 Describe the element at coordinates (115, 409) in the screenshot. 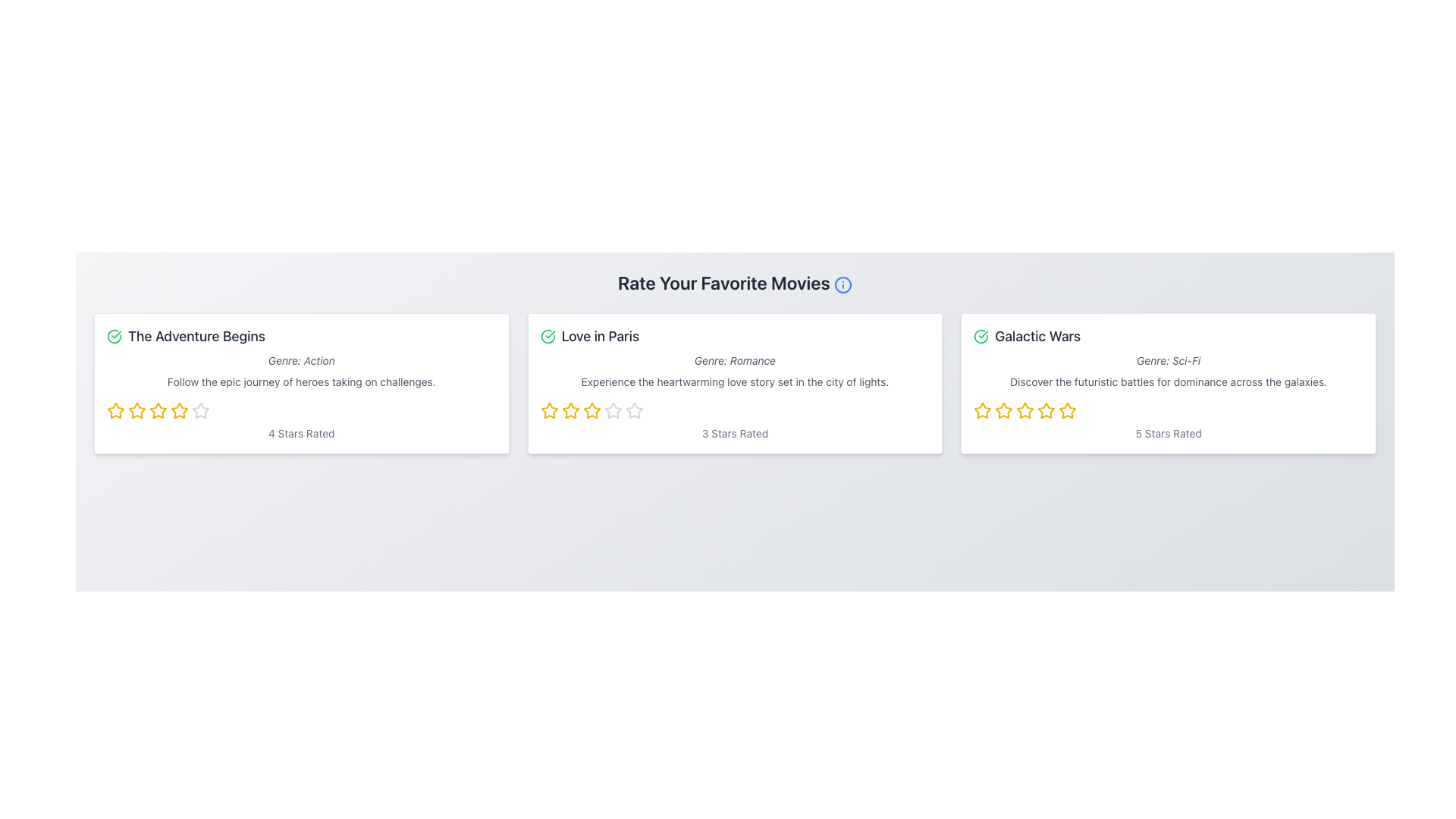

I see `the first star icon of the rating component for the movie 'The Adventure Begins' to provide a rating` at that location.